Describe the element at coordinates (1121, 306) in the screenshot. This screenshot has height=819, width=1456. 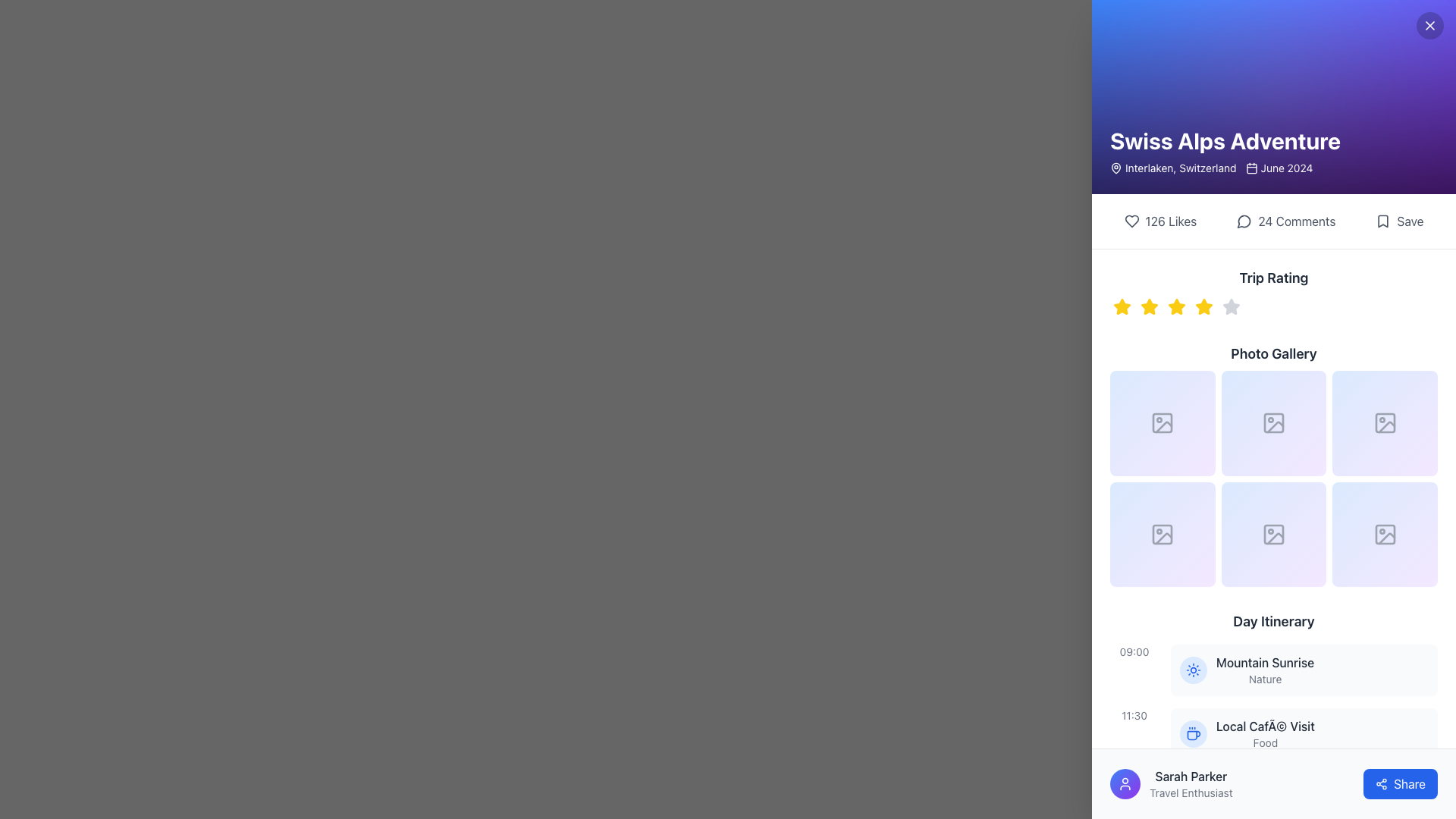
I see `the leftmost star in the rating system under the 'Trip Rating' heading` at that location.